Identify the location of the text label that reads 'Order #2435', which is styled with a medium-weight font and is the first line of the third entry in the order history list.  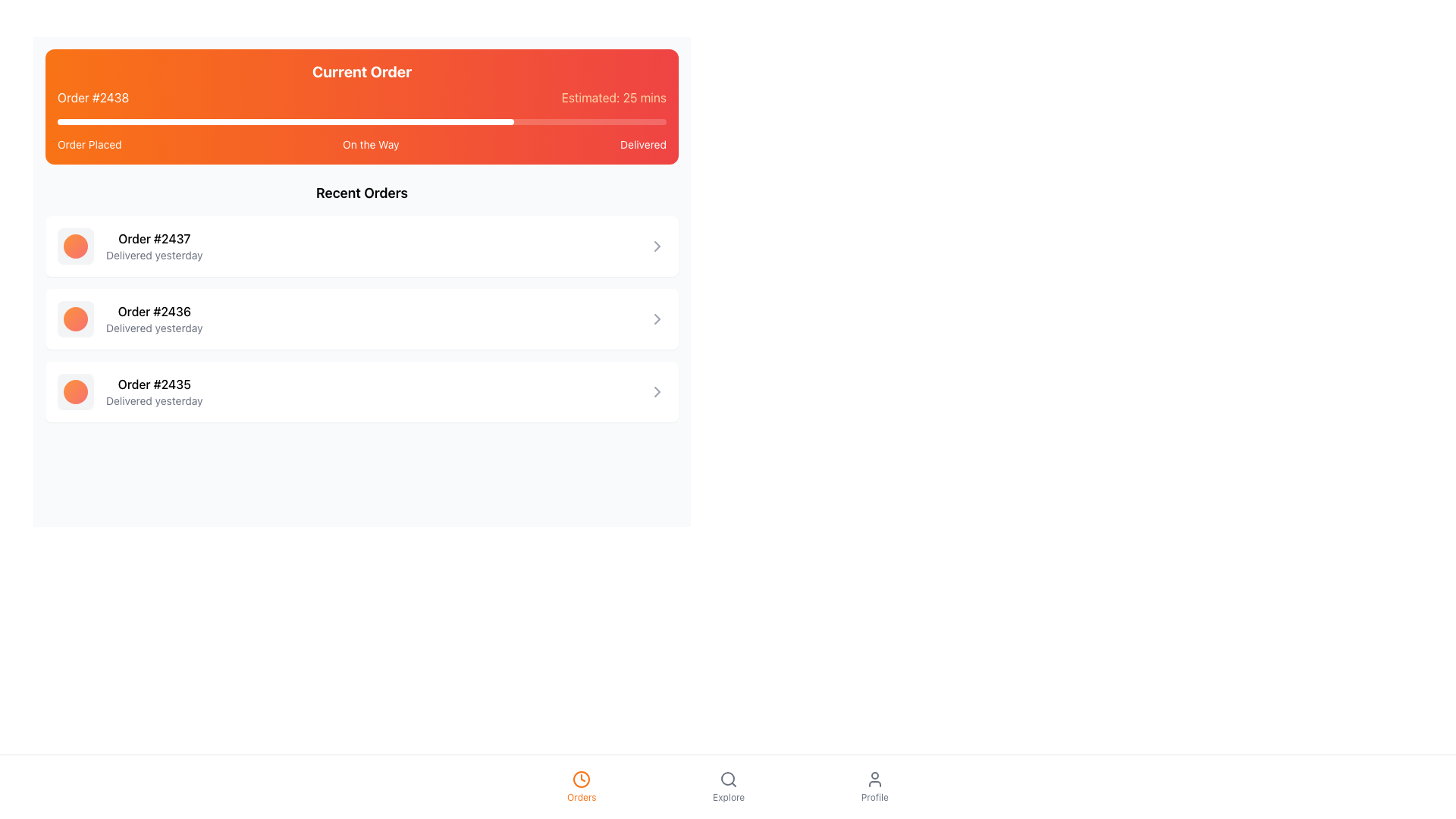
(154, 383).